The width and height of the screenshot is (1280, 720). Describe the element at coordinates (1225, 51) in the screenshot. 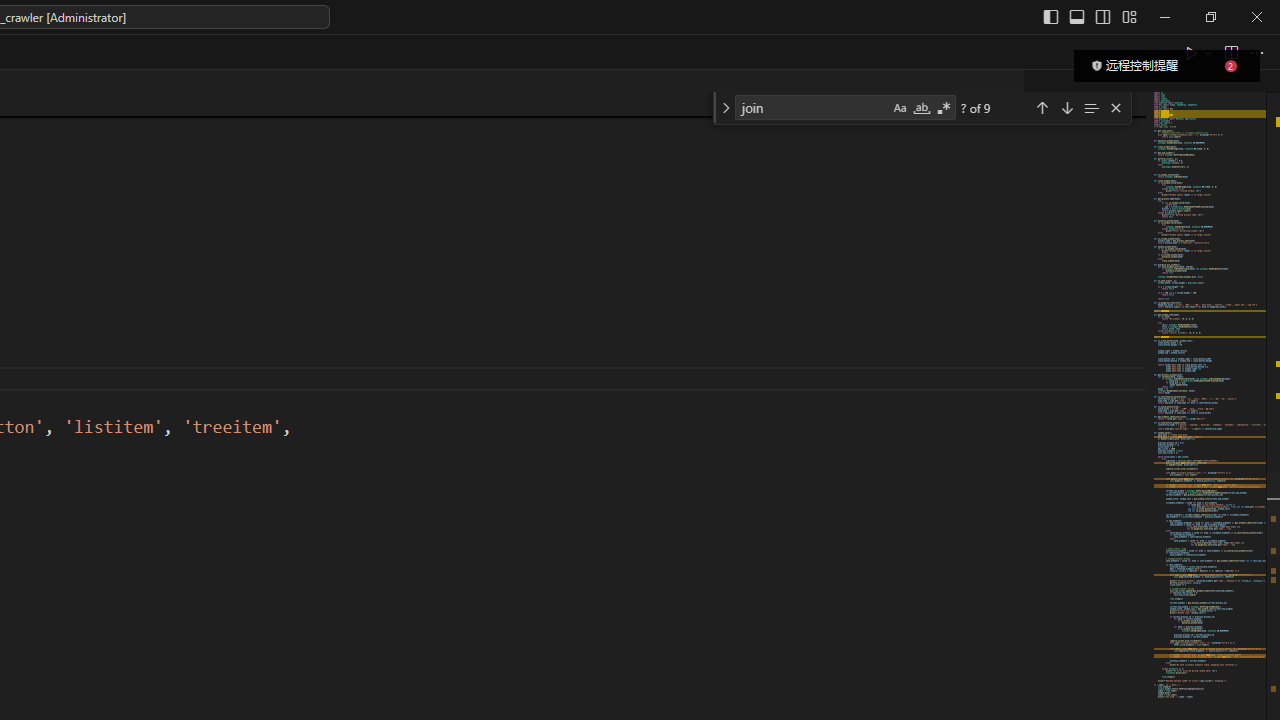

I see `'Editor actions'` at that location.